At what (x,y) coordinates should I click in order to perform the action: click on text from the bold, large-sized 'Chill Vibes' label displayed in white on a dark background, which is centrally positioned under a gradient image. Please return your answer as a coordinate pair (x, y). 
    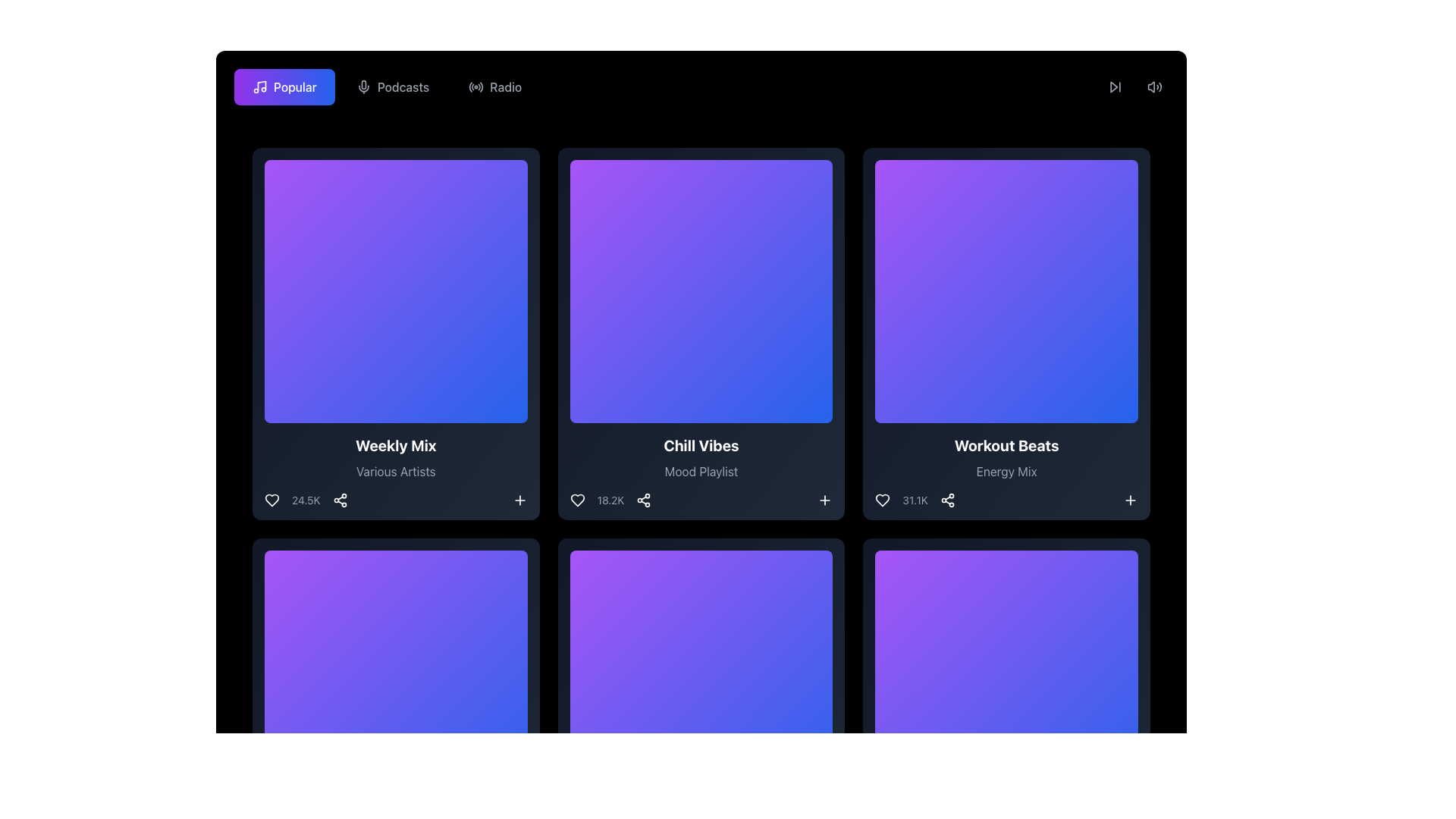
    Looking at the image, I should click on (701, 444).